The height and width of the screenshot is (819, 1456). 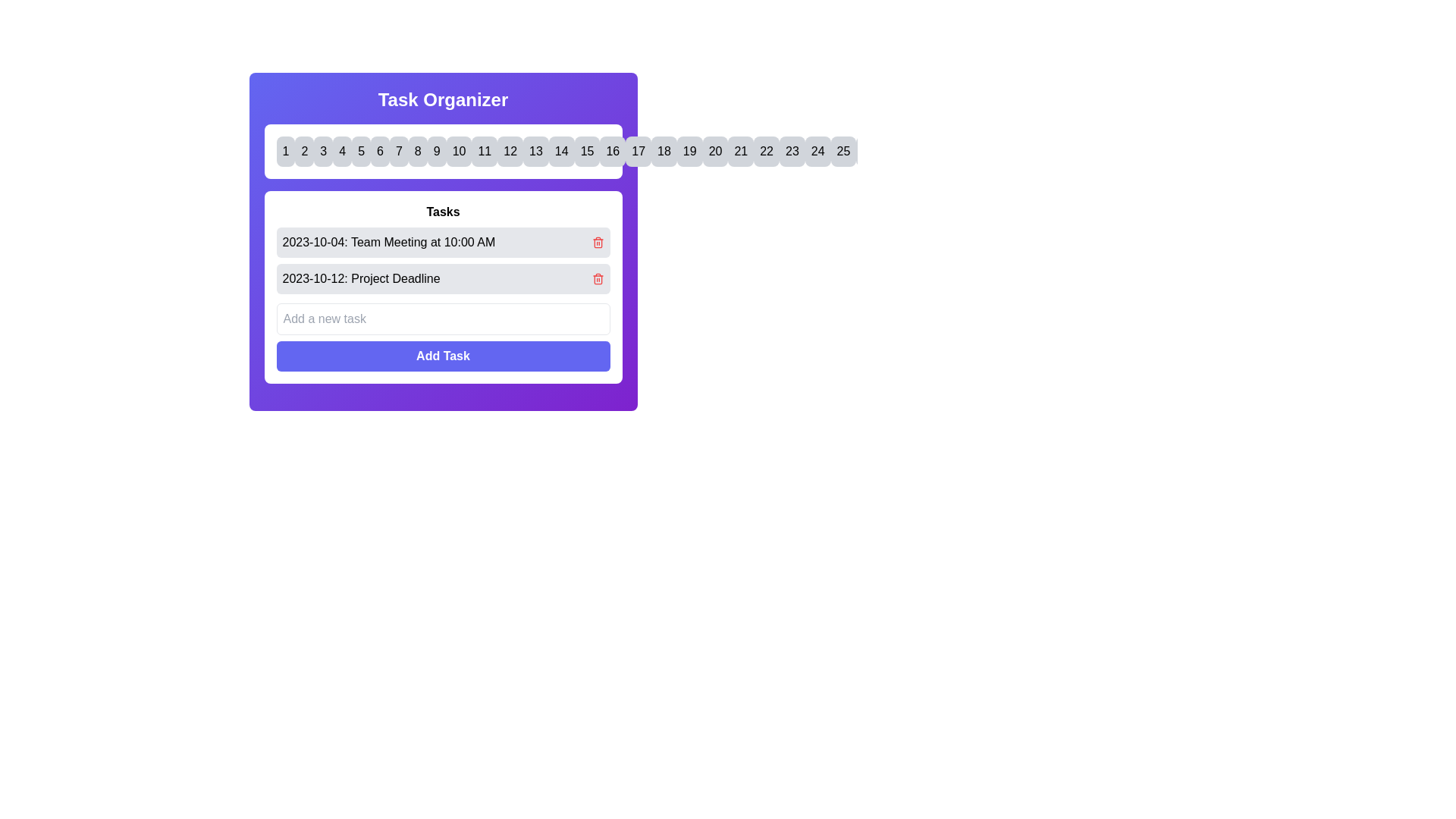 I want to click on the seventh button in the upper horizontal section of the interface, so click(x=399, y=152).